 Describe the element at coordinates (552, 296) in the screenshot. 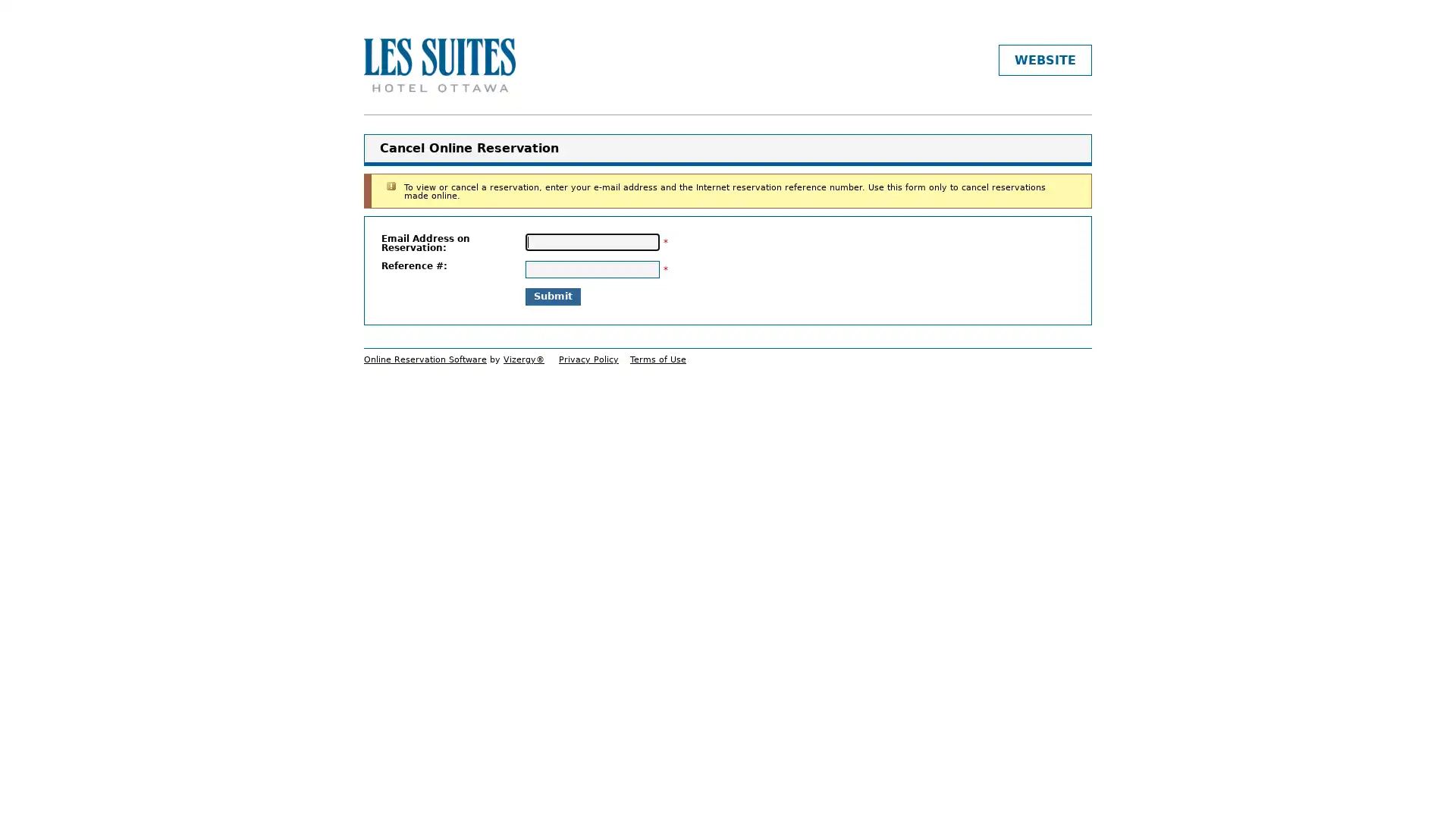

I see `Submit` at that location.